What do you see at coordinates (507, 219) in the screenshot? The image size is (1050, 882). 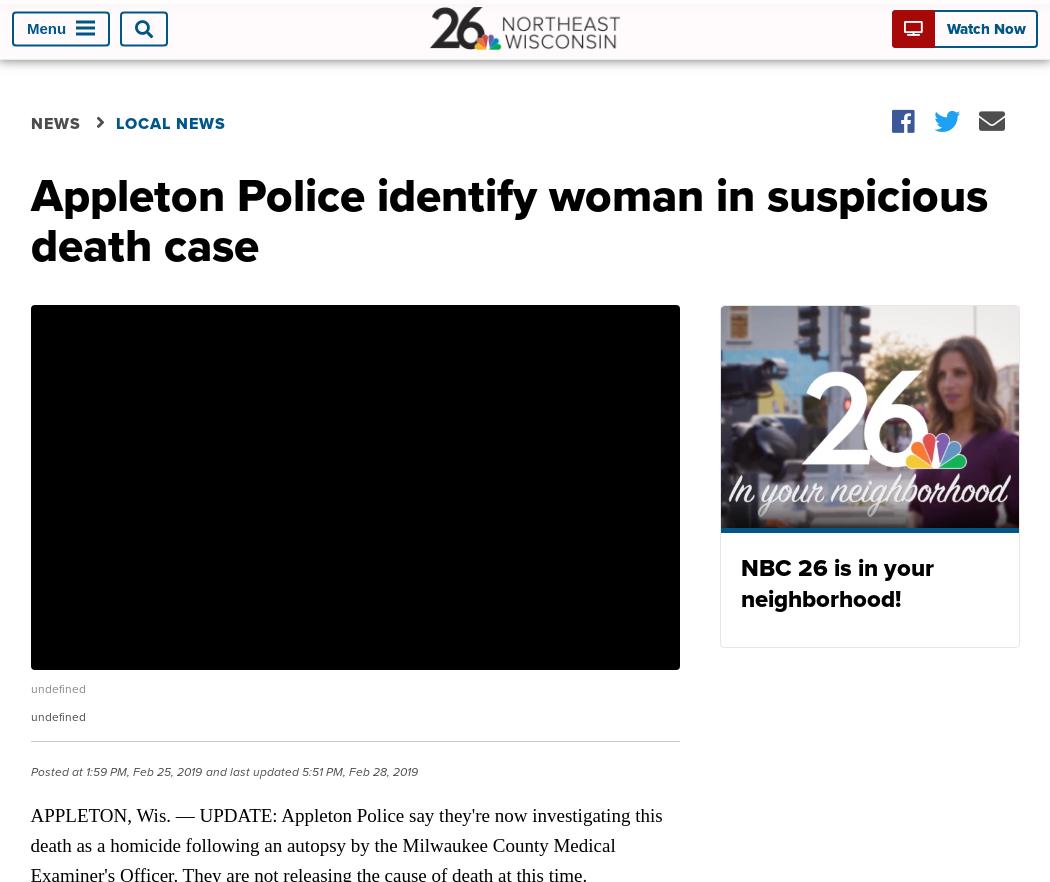 I see `'Appleton Police identify woman in suspicious death case'` at bounding box center [507, 219].